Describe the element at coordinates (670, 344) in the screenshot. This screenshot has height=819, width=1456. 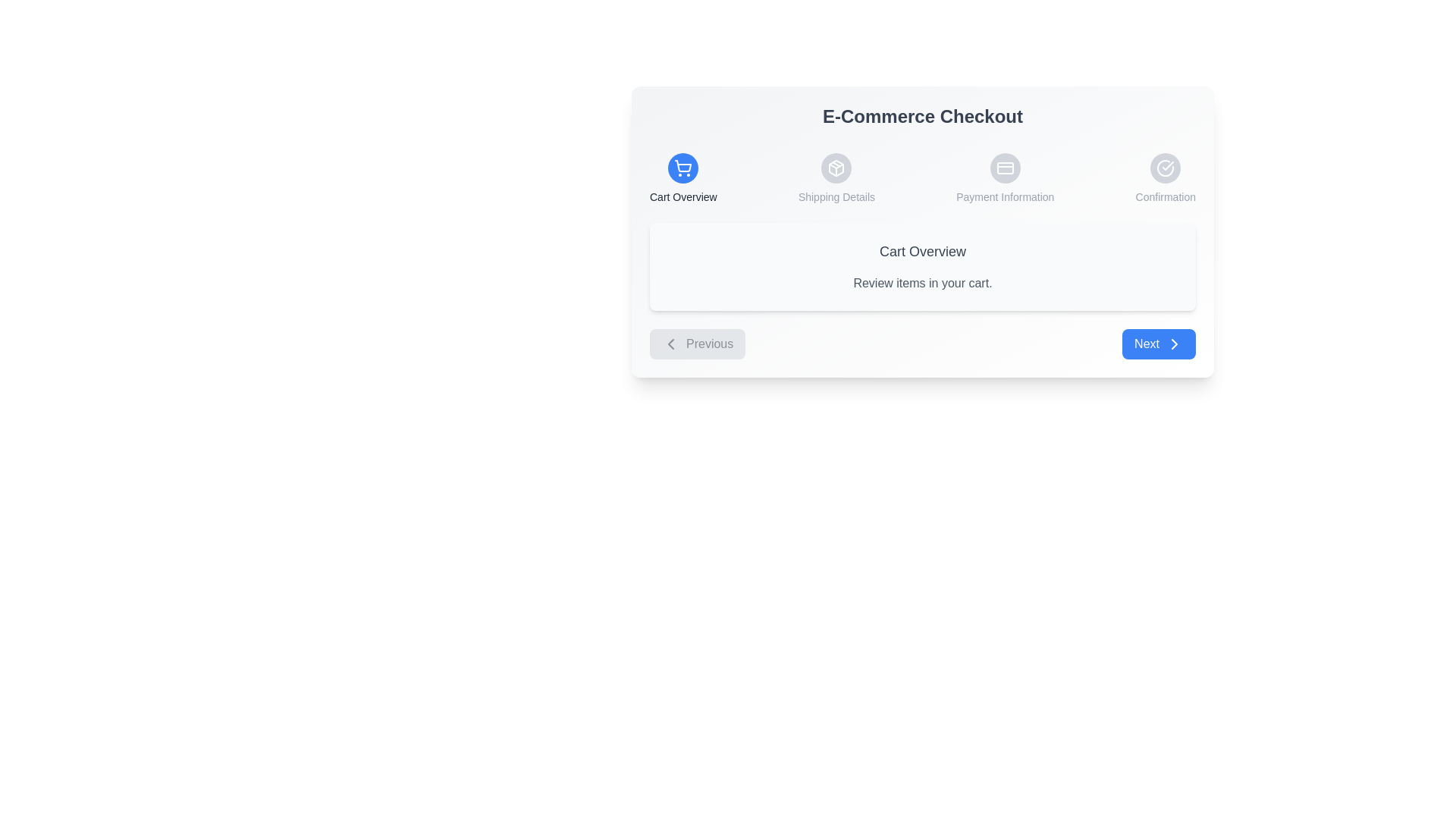
I see `the Chevron Left icon located within the 'Previous' button at the bottom-left corner of the interface` at that location.